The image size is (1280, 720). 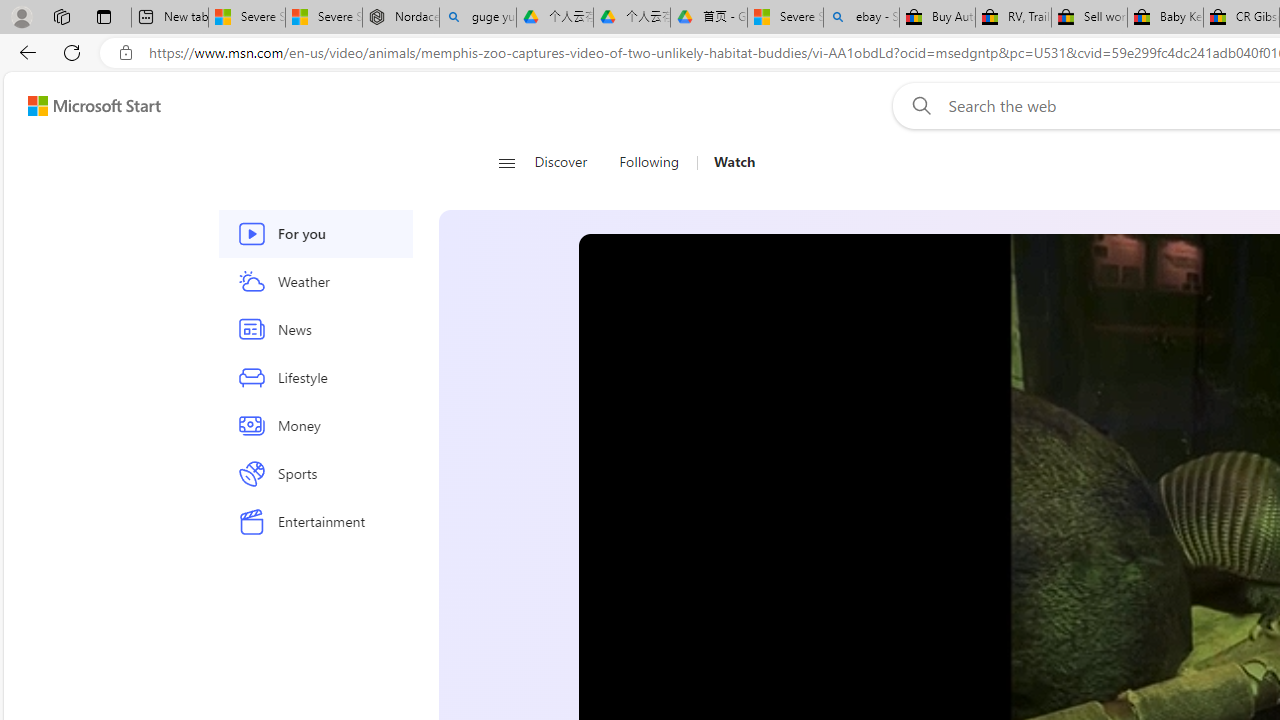 What do you see at coordinates (506, 162) in the screenshot?
I see `'Class: button-glyph'` at bounding box center [506, 162].